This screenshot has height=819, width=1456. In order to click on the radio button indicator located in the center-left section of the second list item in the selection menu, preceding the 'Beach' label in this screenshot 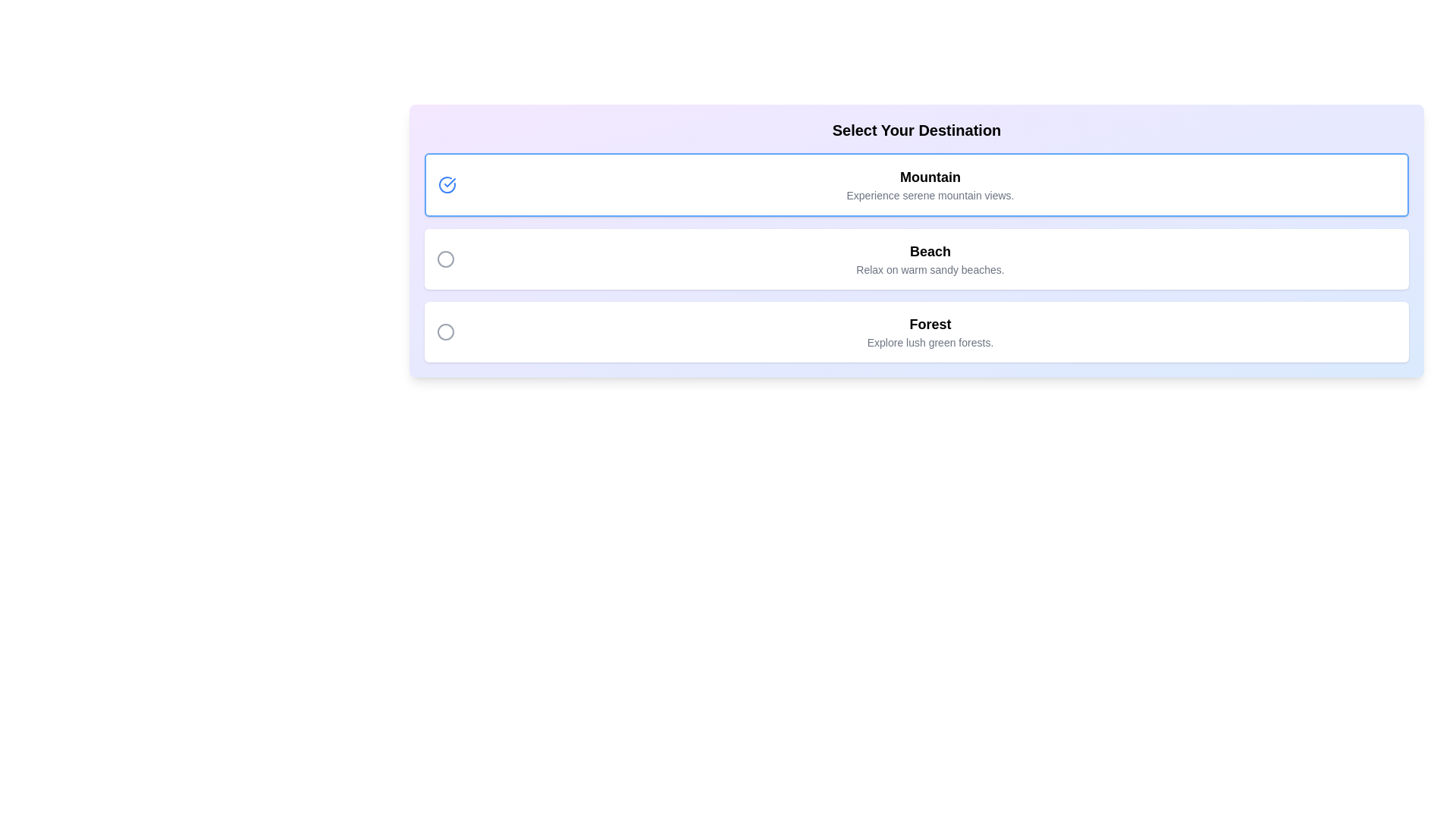, I will do `click(445, 259)`.